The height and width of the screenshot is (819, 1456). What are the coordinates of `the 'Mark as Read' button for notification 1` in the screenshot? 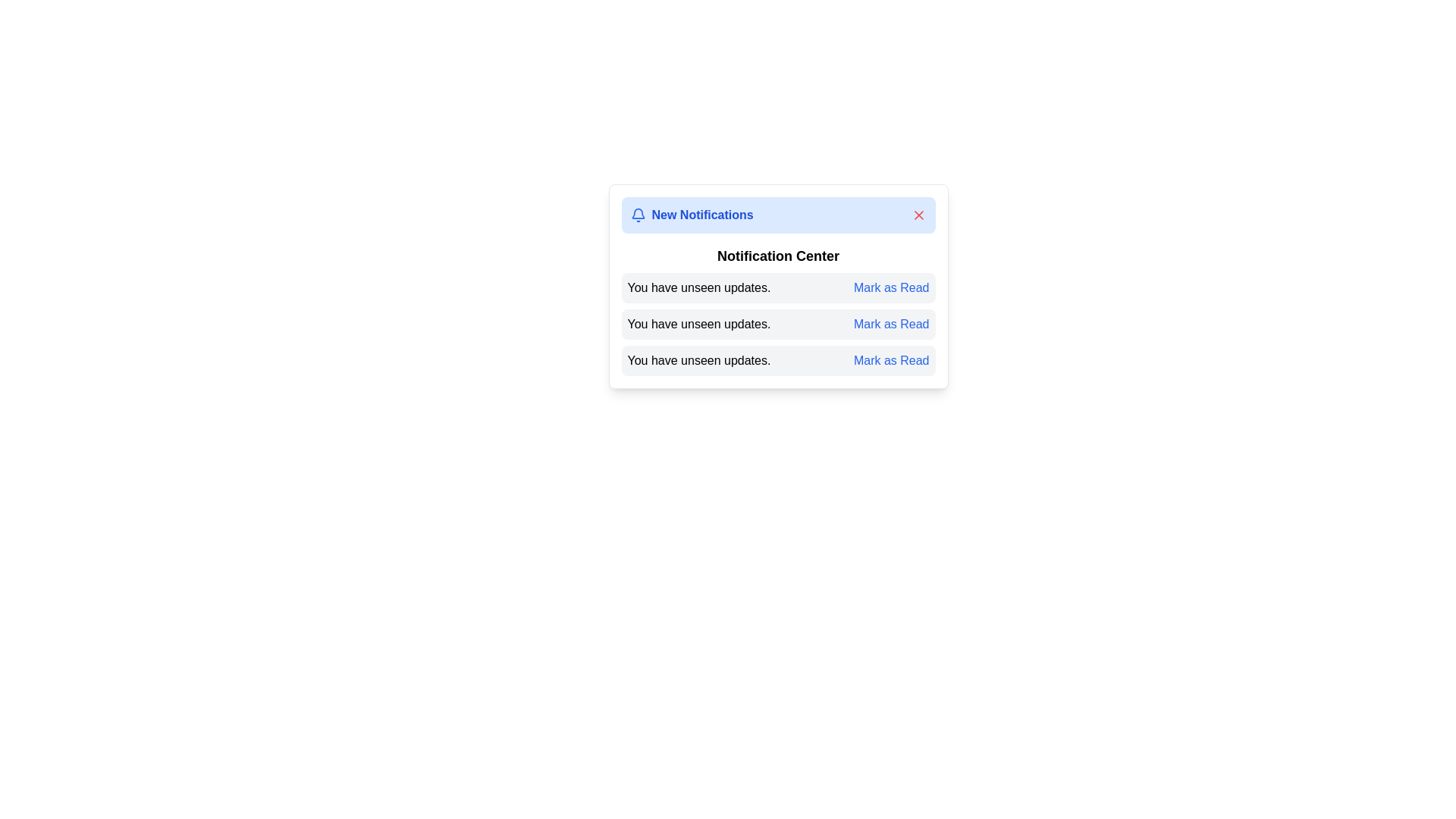 It's located at (891, 288).